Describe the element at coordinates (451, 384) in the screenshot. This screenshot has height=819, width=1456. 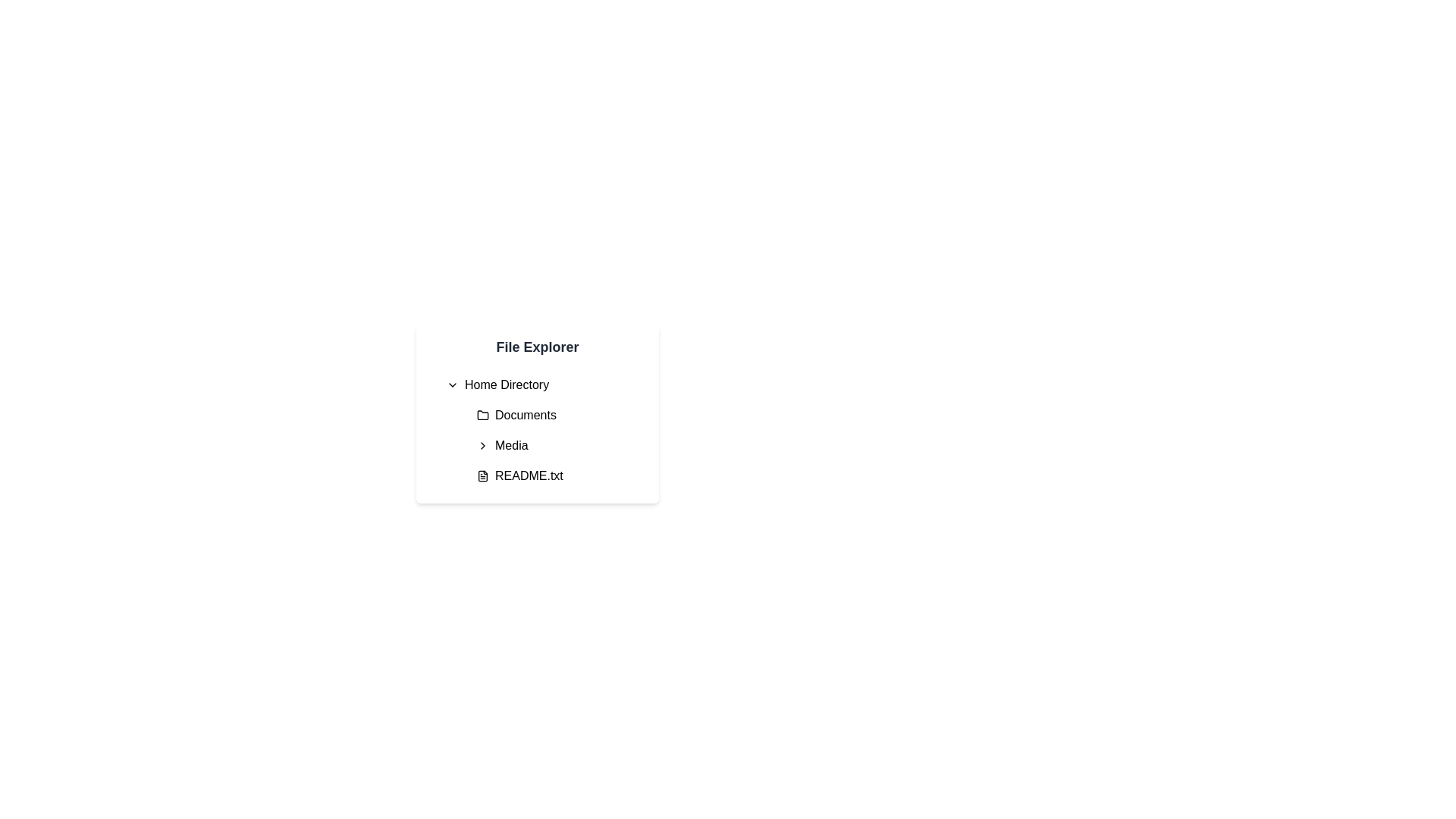
I see `the downward-pointing chevron icon located to the left of the 'Home Directory' text label` at that location.